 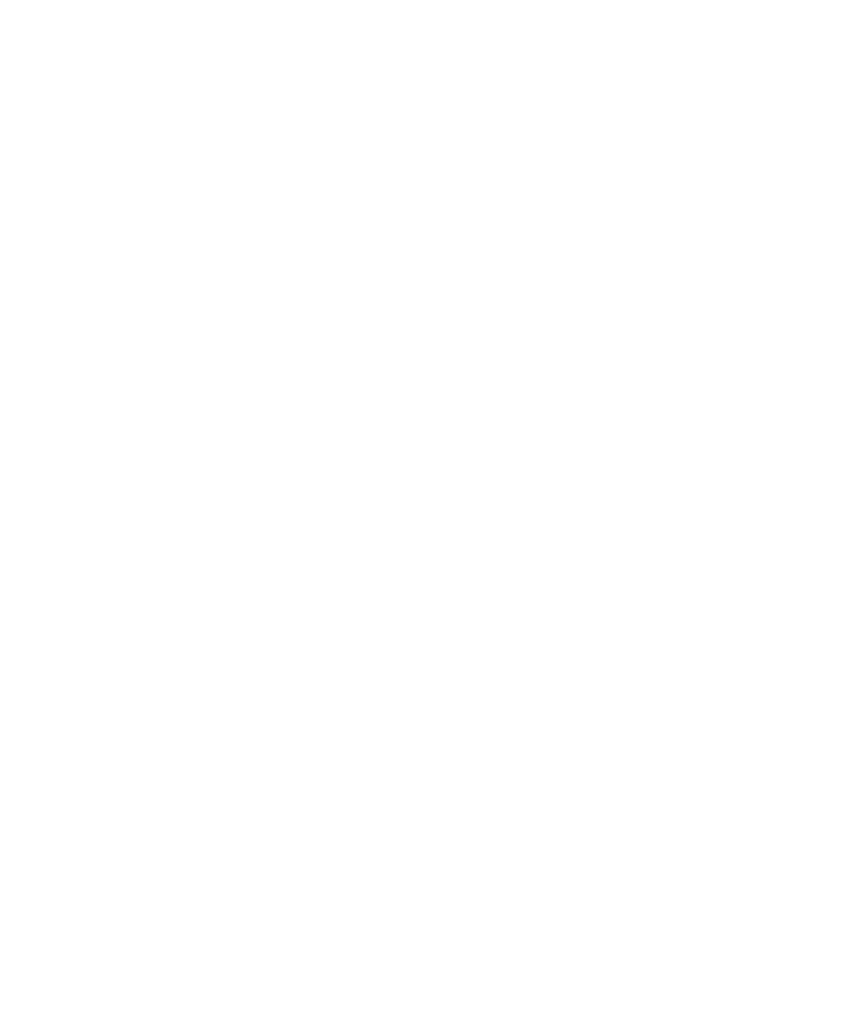 I want to click on 'The Company', so click(x=68, y=712).